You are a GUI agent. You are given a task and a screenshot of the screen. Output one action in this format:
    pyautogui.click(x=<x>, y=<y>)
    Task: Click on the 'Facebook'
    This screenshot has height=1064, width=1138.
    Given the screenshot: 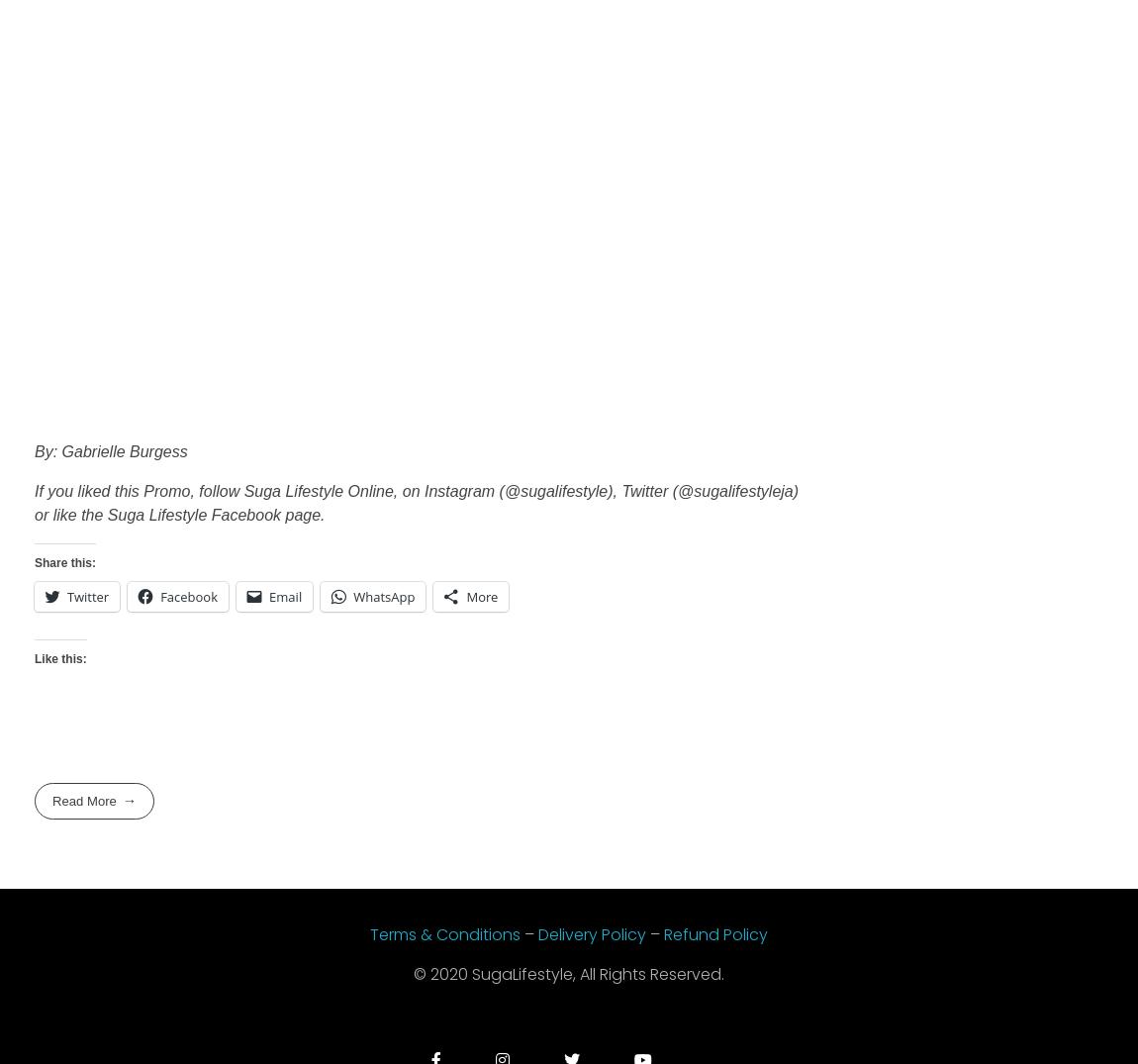 What is the action you would take?
    pyautogui.click(x=188, y=595)
    